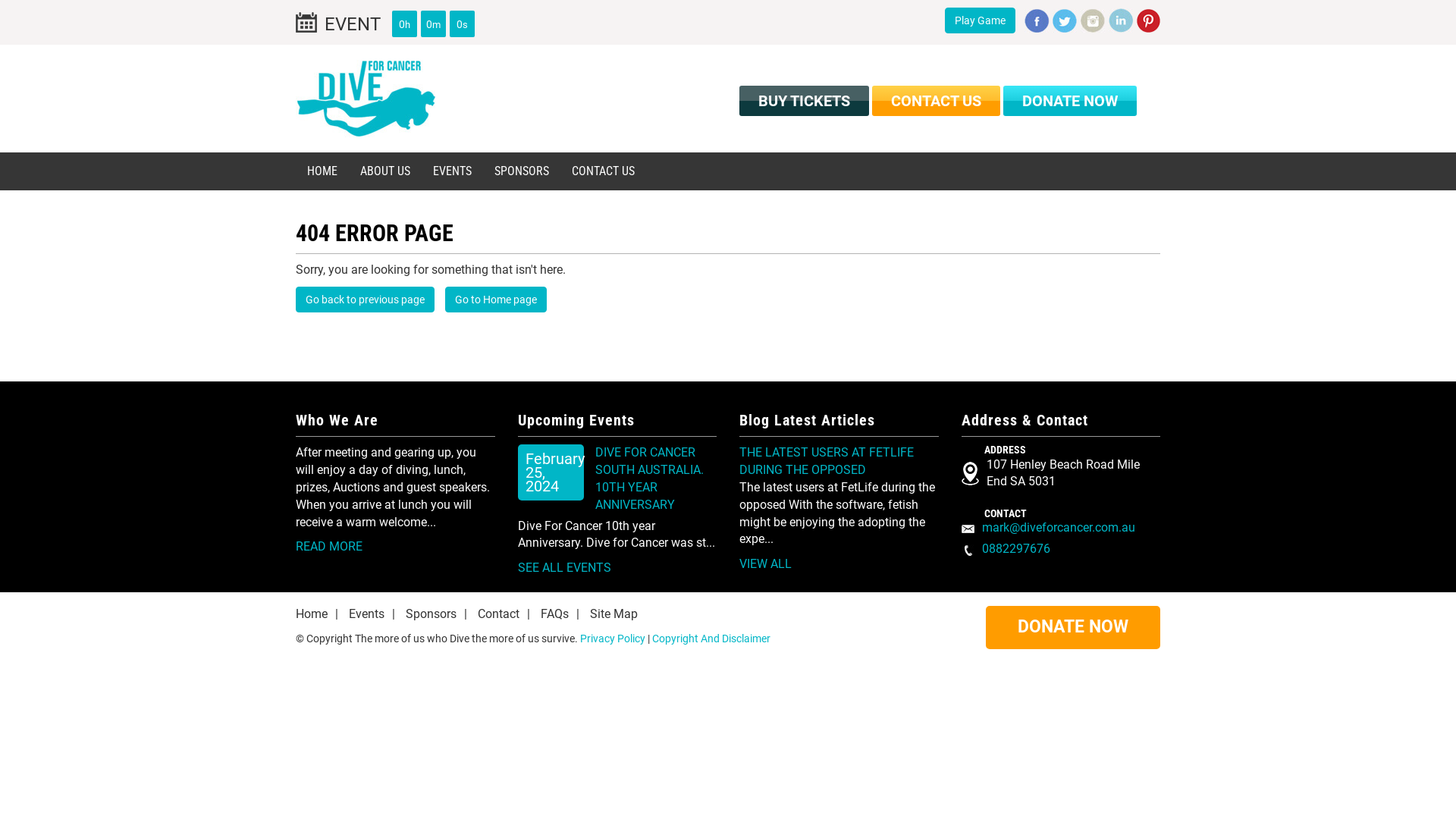 Image resolution: width=1456 pixels, height=819 pixels. What do you see at coordinates (328, 546) in the screenshot?
I see `'READ MORE'` at bounding box center [328, 546].